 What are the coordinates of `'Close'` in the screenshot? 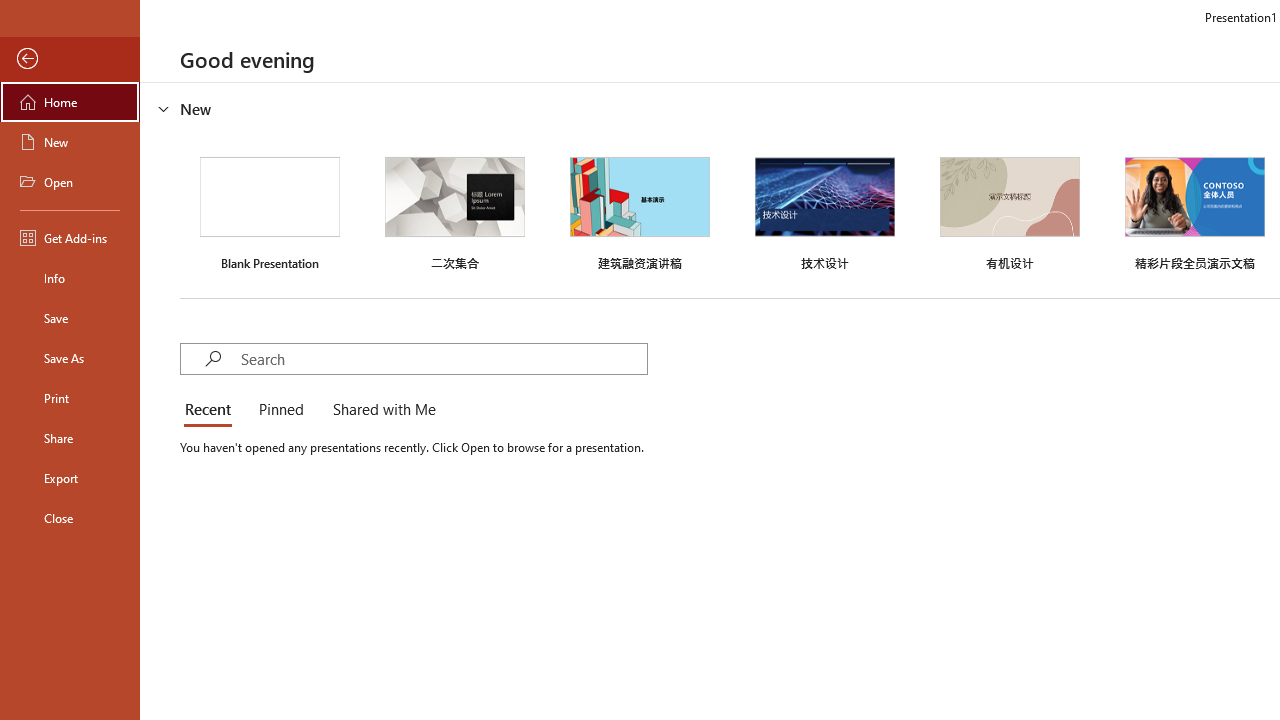 It's located at (69, 517).